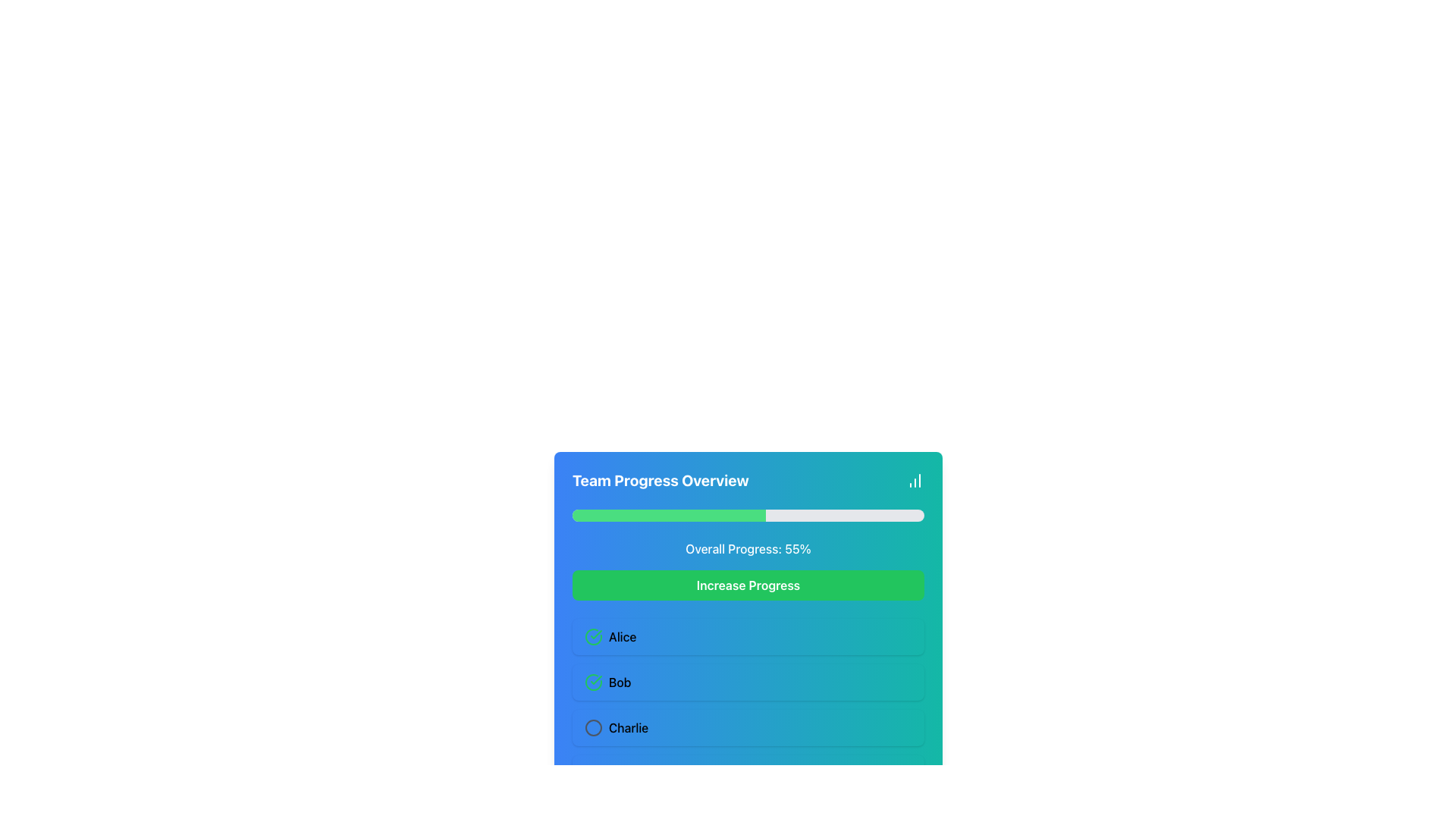 This screenshot has height=819, width=1456. Describe the element at coordinates (668, 514) in the screenshot. I see `the green progress bar within the 'Team Progress Overview' panel that indicates completion percentage` at that location.